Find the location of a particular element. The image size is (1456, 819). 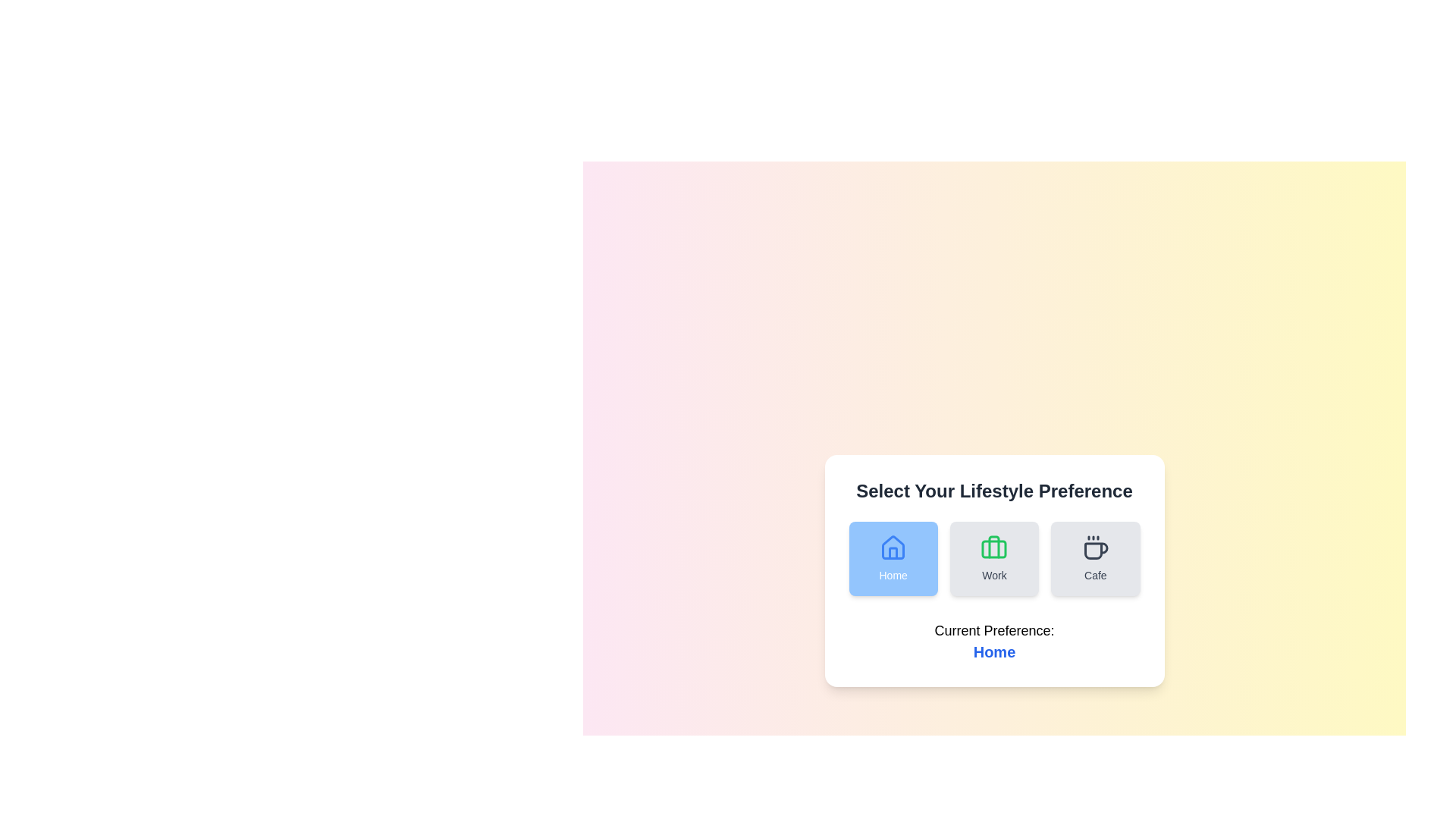

the 'Home' button which contains the house-shaped icon with a blue outline and rounded entryway is located at coordinates (893, 548).